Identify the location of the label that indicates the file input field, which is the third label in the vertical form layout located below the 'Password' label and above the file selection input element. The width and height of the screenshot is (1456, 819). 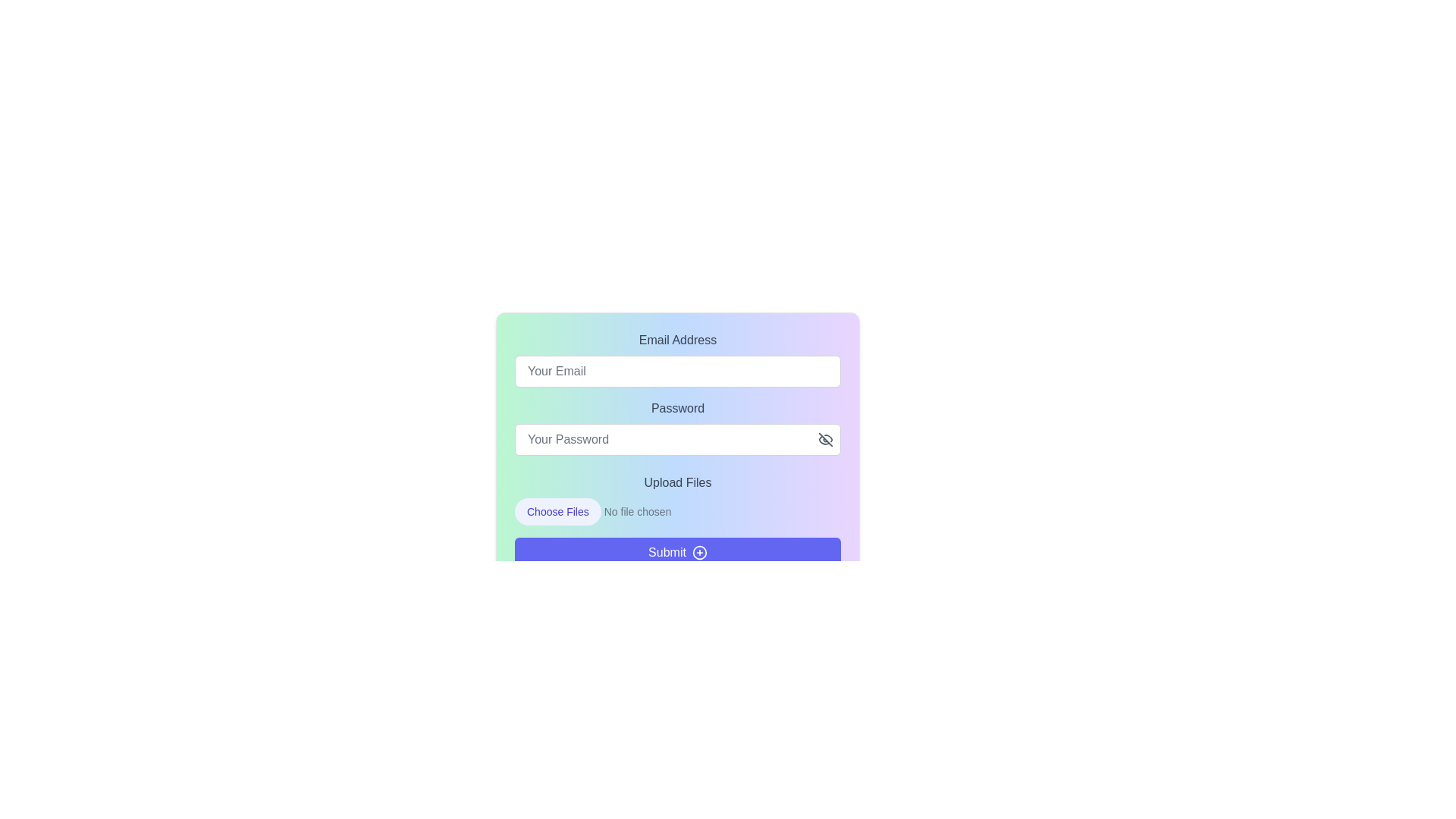
(676, 482).